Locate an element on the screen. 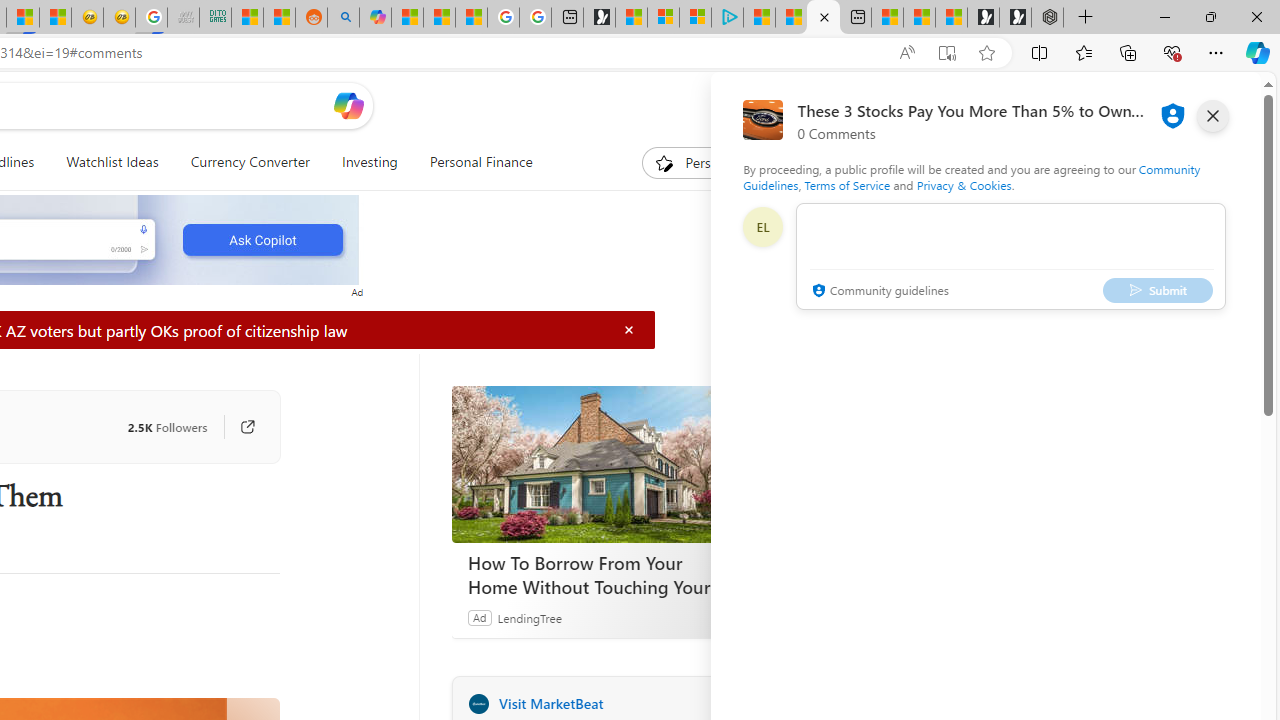 This screenshot has width=1280, height=720. 'Currency Converter' is located at coordinates (248, 162).